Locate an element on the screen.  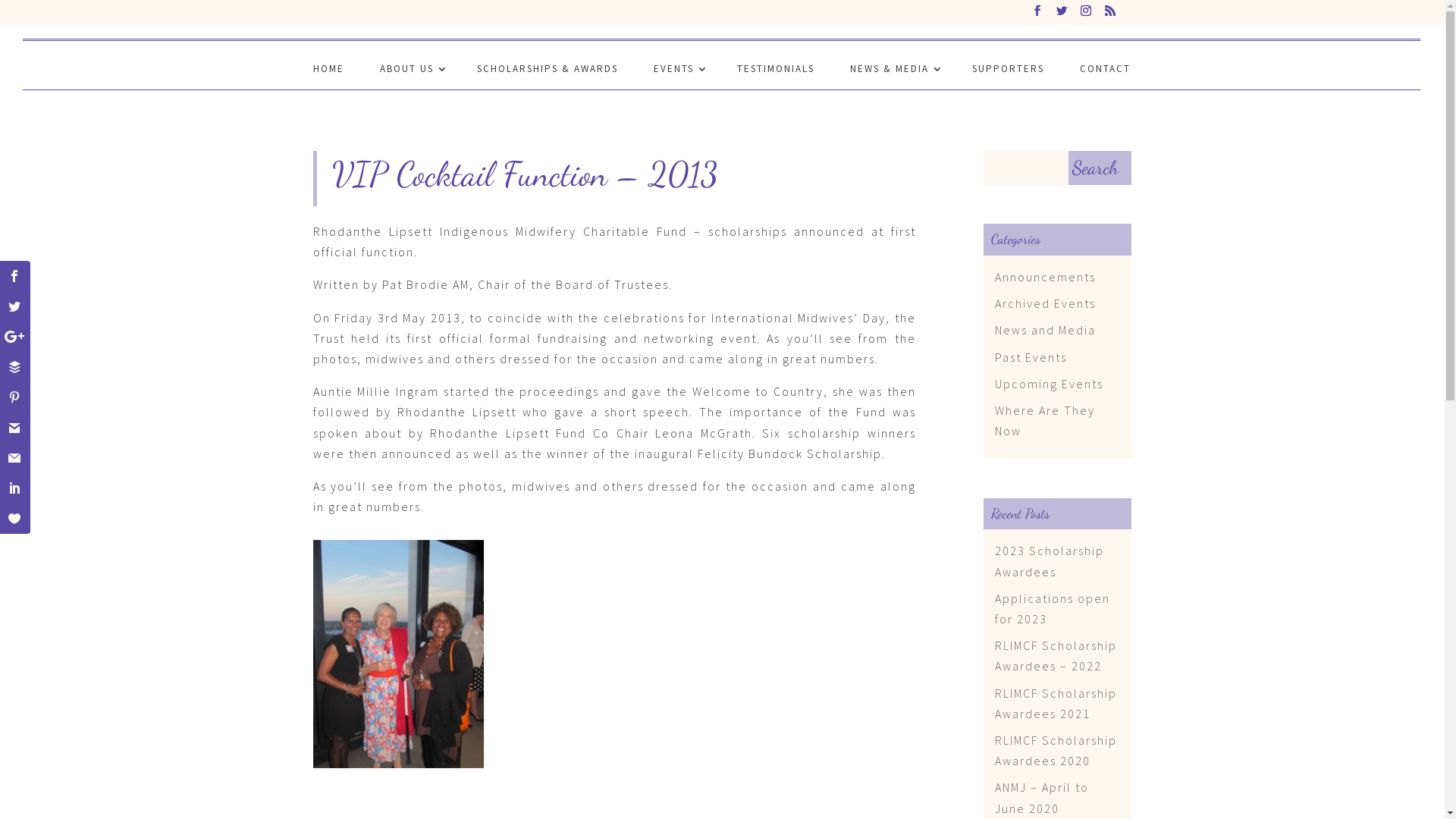
'Applications open for 2023' is located at coordinates (1051, 607).